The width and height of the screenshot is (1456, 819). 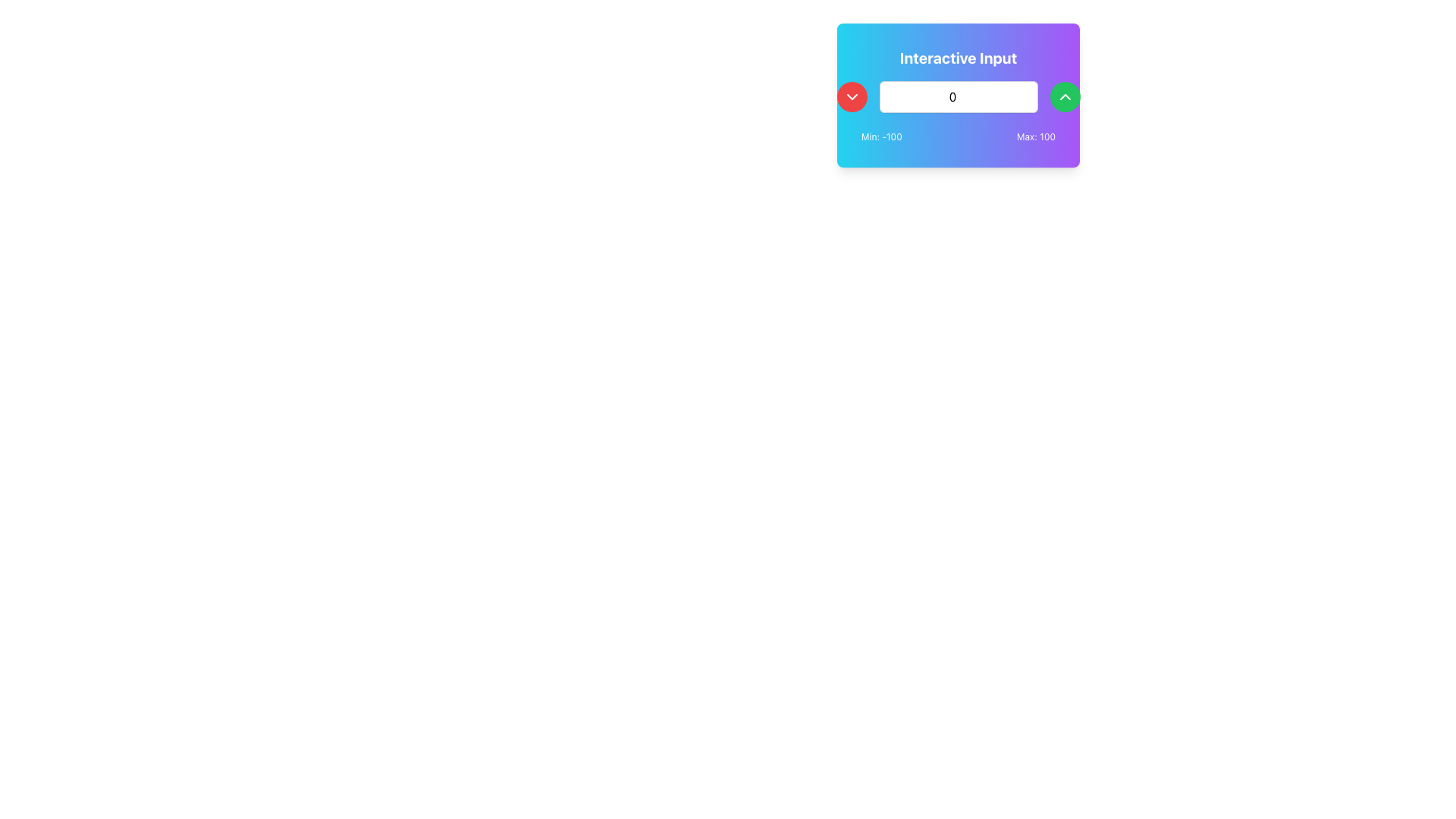 What do you see at coordinates (1064, 96) in the screenshot?
I see `the increment button located at the far right of the input field to observe the hover effects` at bounding box center [1064, 96].